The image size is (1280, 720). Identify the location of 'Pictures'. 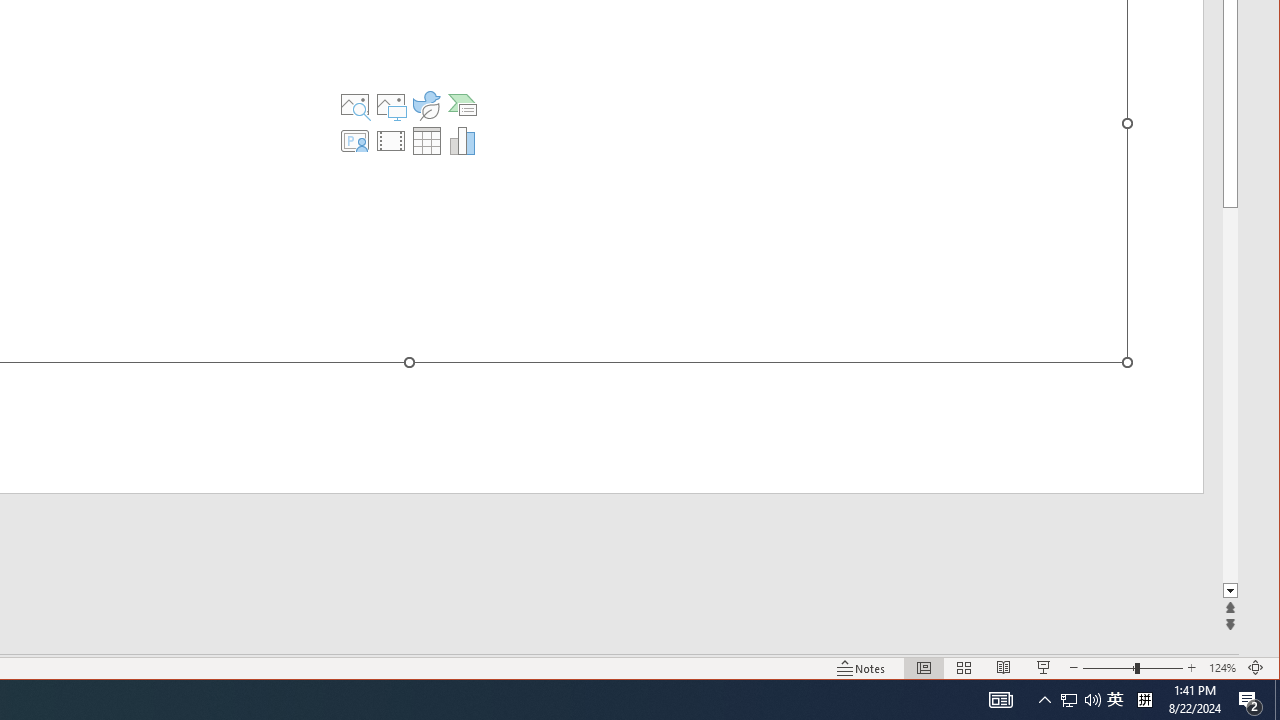
(391, 105).